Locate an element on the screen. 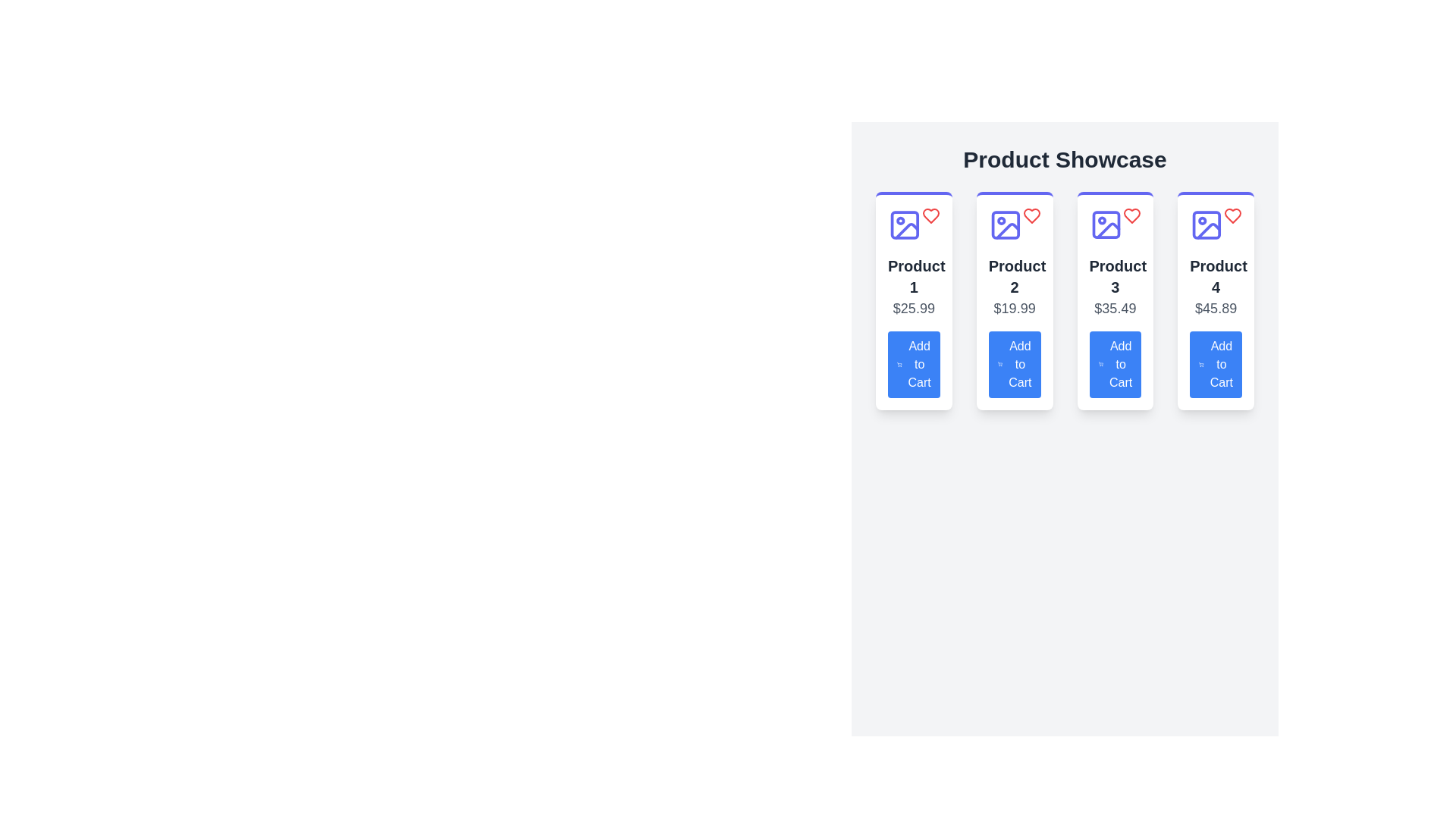 This screenshot has height=819, width=1456. the price display text label located in the first product card below 'Product 1' and above the 'Add to Cart' button is located at coordinates (913, 308).